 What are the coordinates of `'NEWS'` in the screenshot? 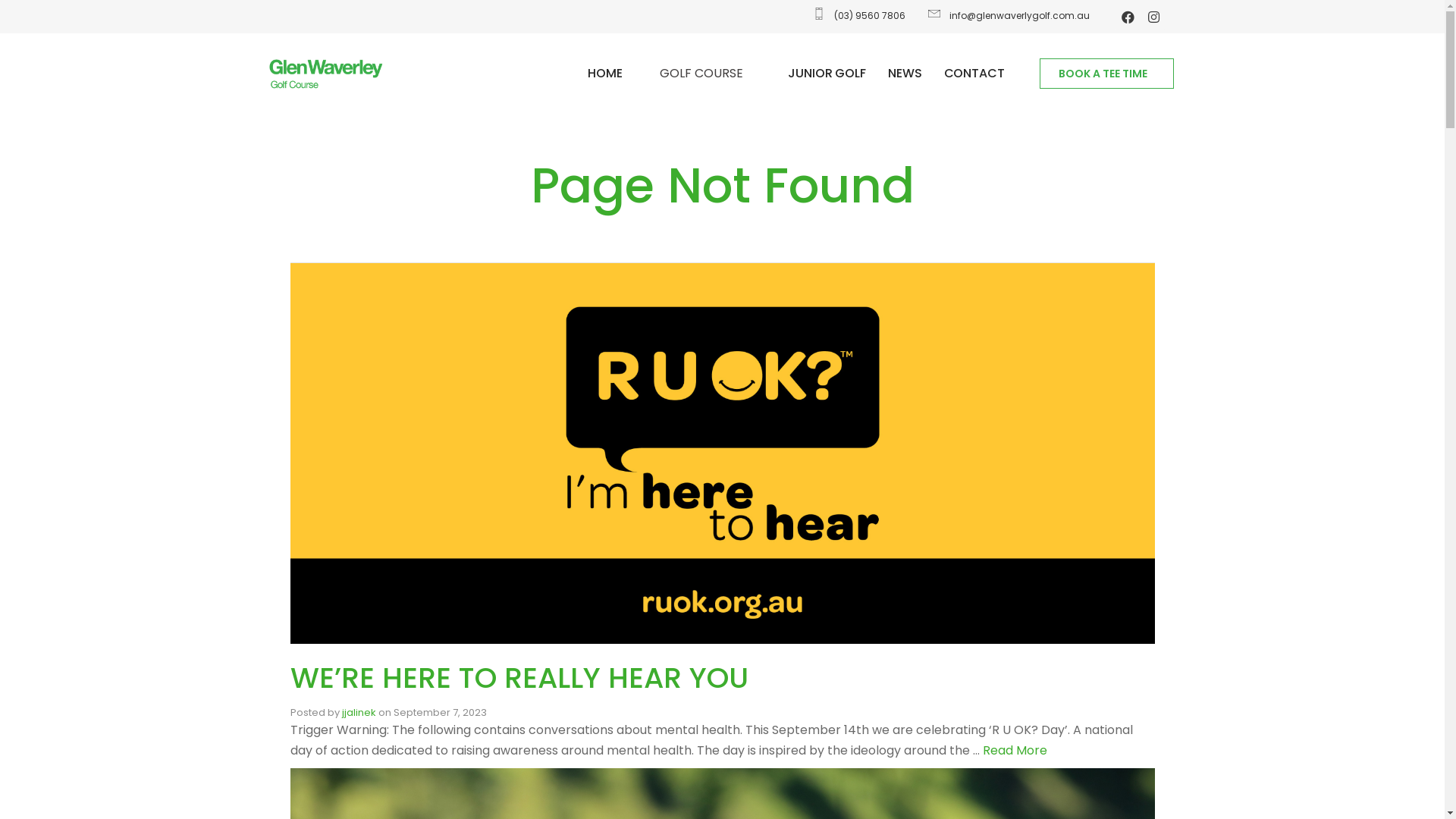 It's located at (905, 73).